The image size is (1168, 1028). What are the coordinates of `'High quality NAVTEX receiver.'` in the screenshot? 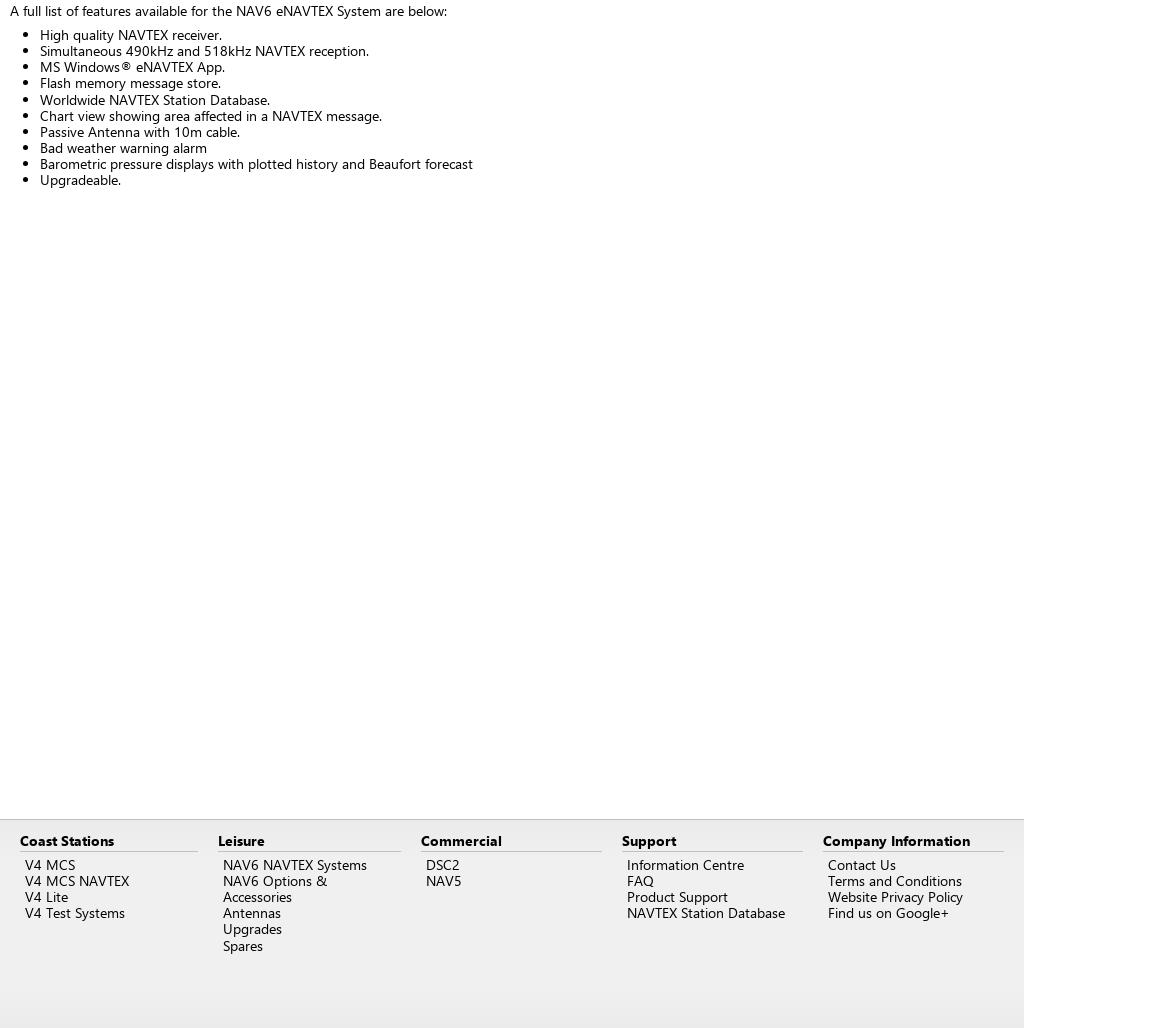 It's located at (130, 34).